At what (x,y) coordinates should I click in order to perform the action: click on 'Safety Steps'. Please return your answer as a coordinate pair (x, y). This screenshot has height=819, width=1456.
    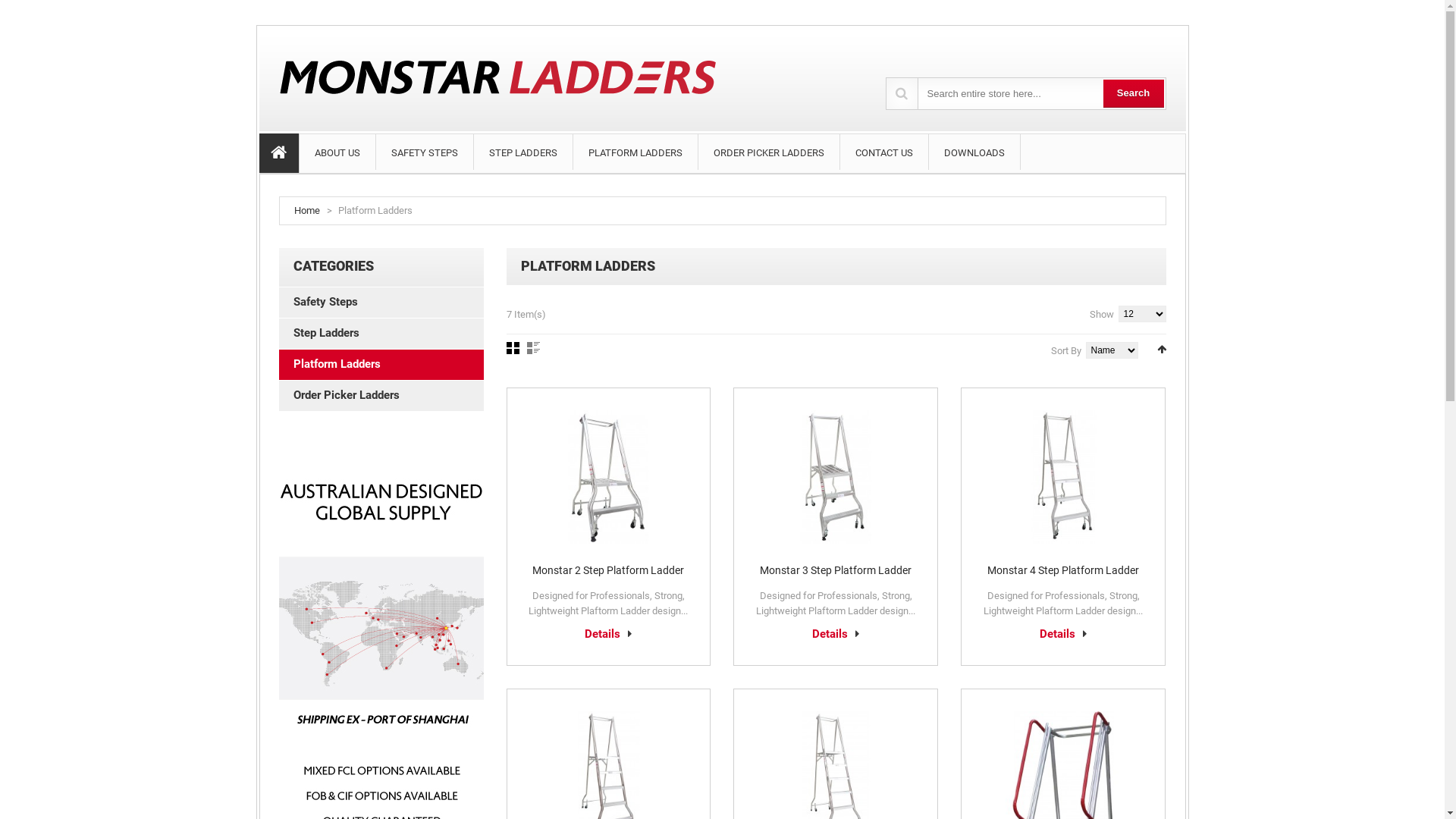
    Looking at the image, I should click on (381, 302).